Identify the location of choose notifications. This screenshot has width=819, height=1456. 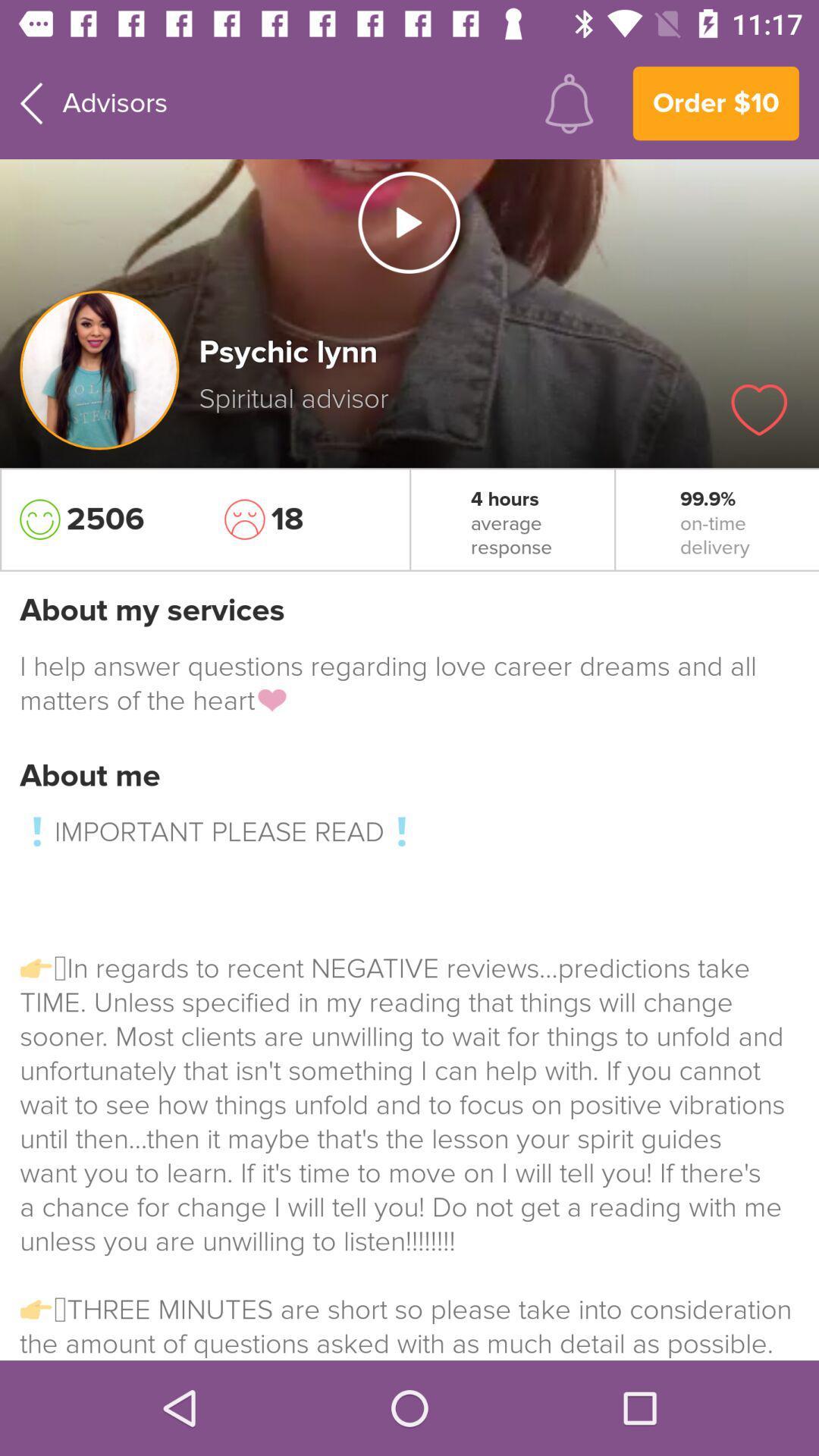
(569, 102).